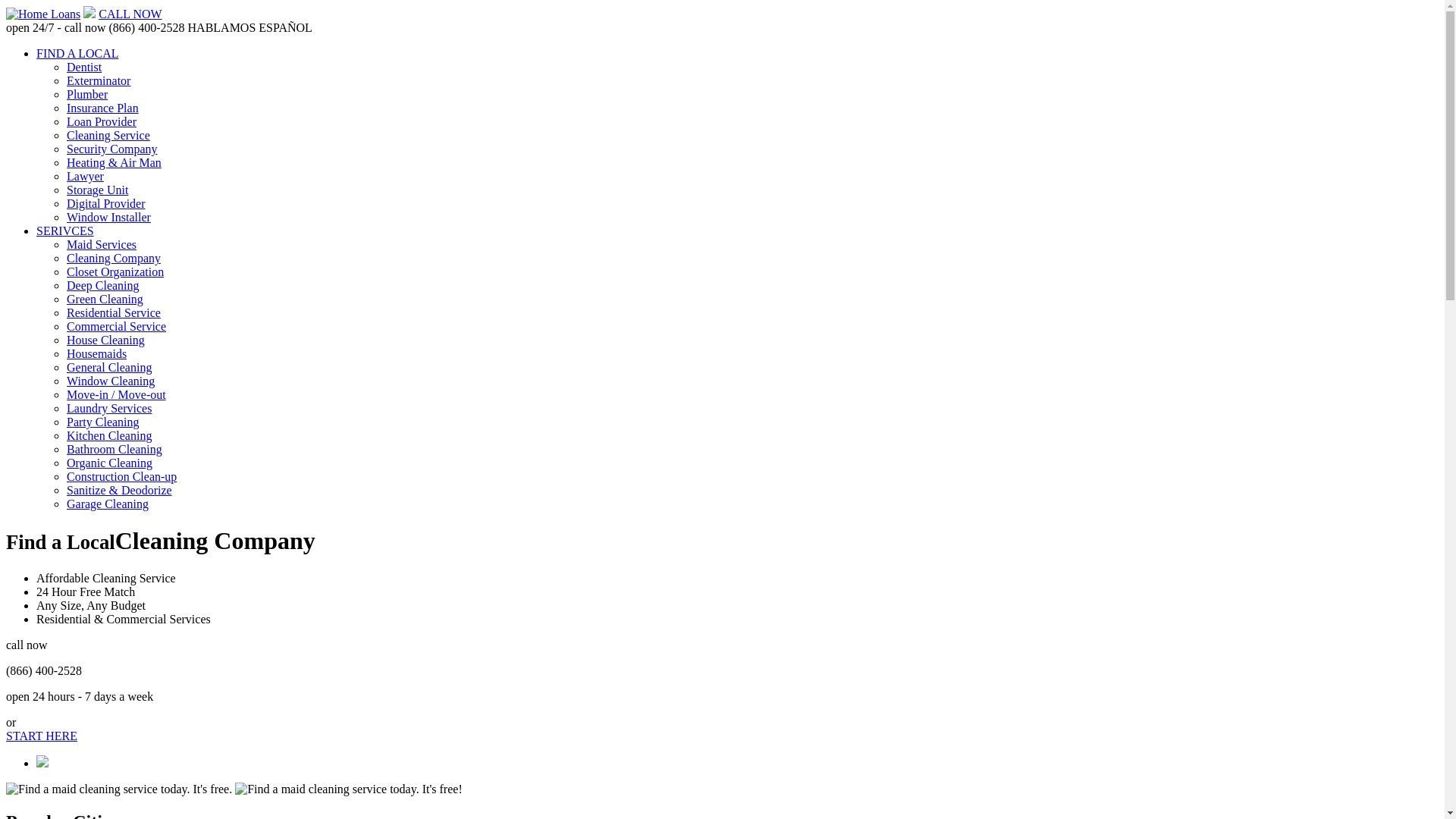  I want to click on 'Move-in / Move-out', so click(115, 394).